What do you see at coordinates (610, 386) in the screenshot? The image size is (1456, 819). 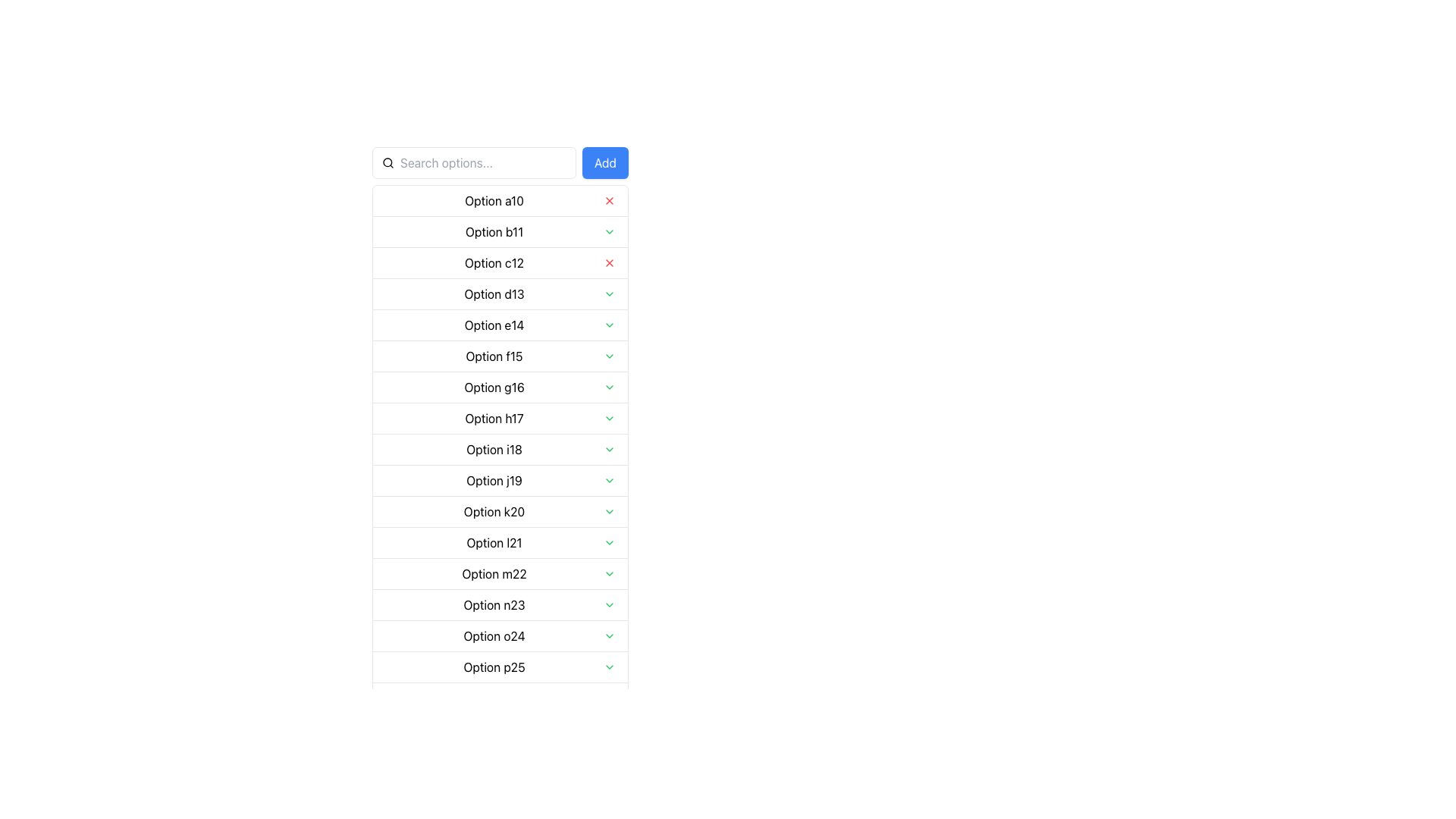 I see `the green downward-pointing chevron icon next to the 'Option g16' entry` at bounding box center [610, 386].